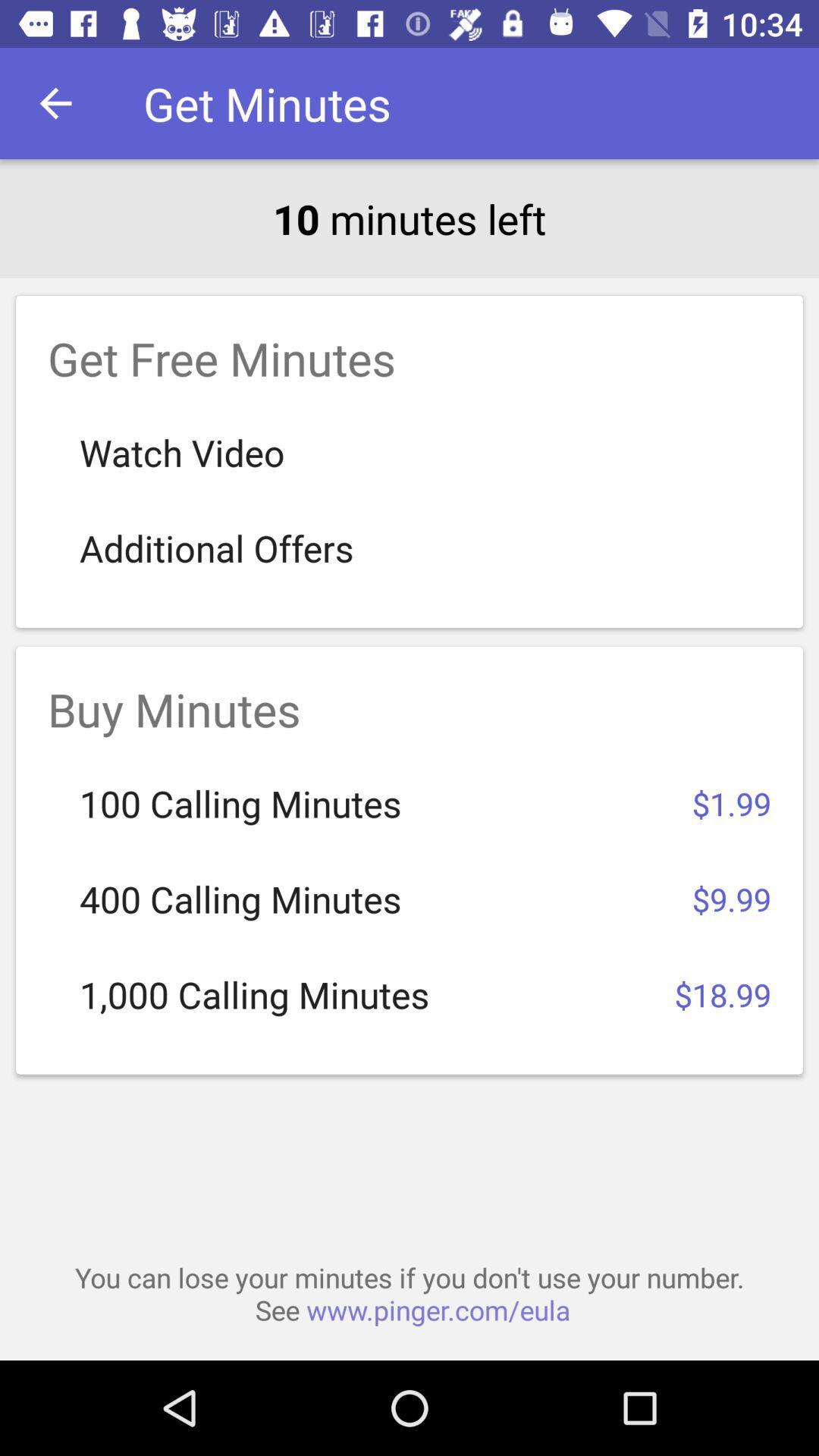  What do you see at coordinates (409, 461) in the screenshot?
I see `the first item which is under text 10 minutes left` at bounding box center [409, 461].